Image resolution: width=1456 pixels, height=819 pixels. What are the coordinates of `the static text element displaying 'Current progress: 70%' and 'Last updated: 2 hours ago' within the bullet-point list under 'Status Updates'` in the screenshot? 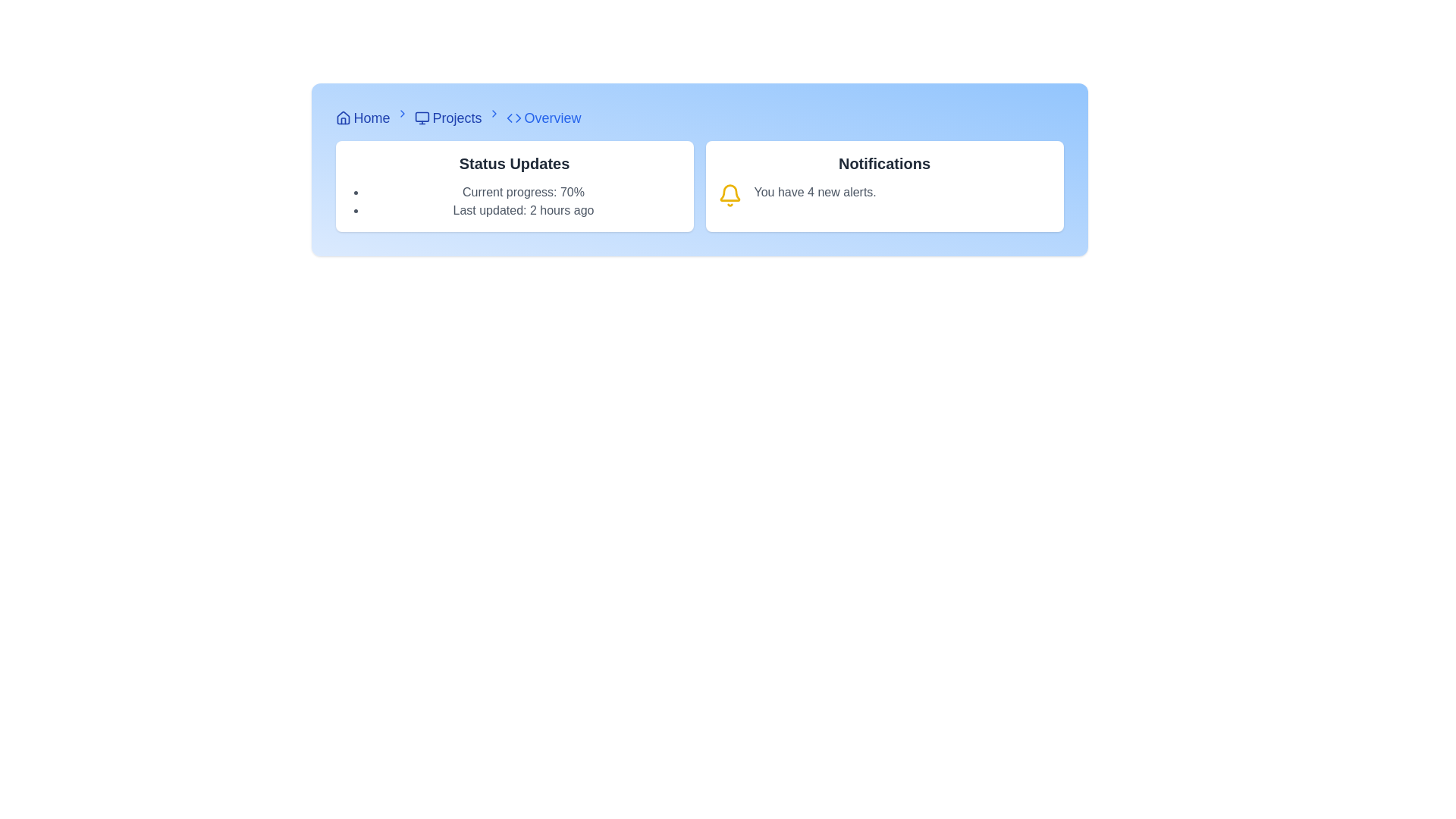 It's located at (523, 201).